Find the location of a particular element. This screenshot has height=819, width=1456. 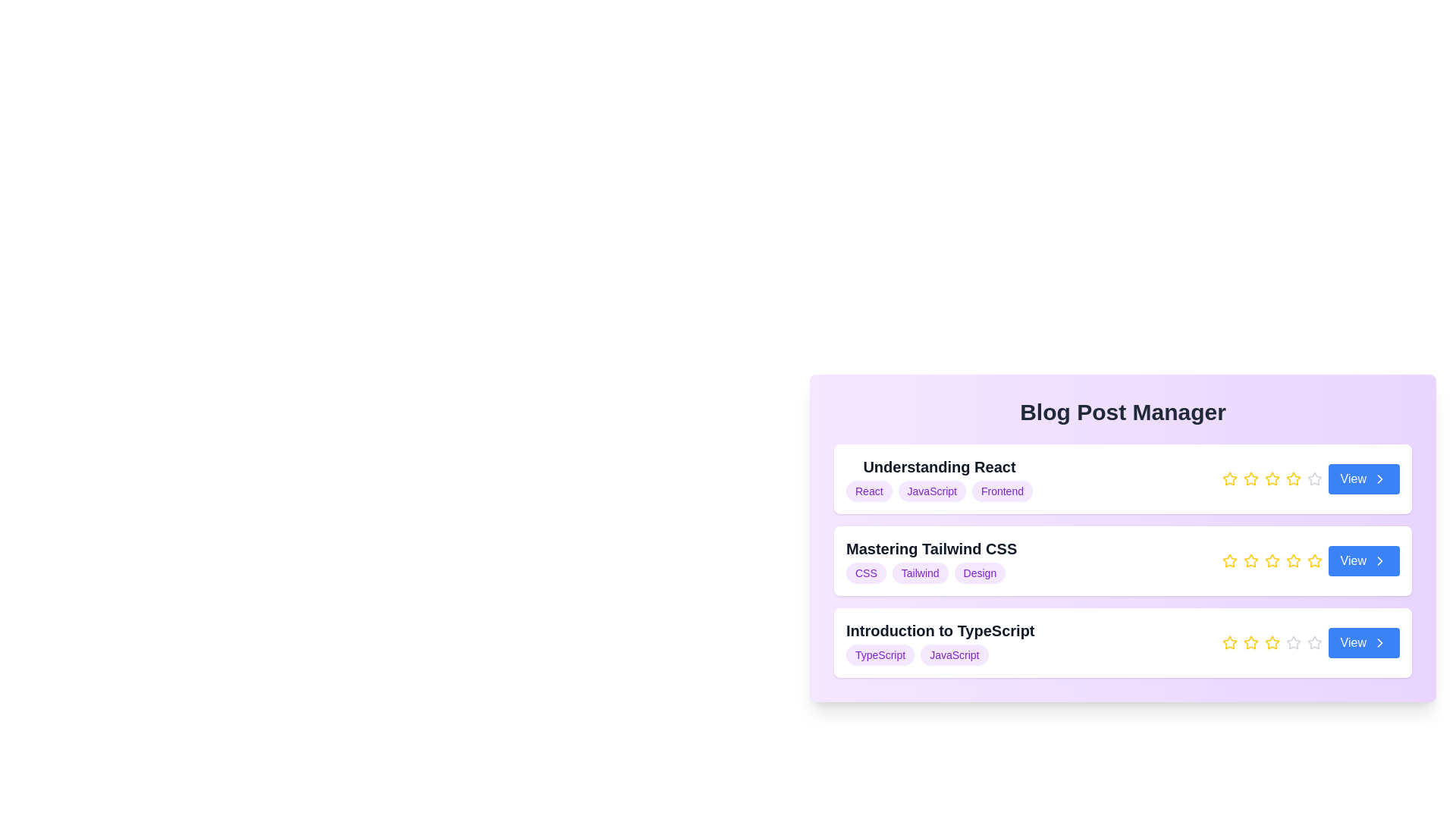

the fourth star icon in the rating system for the 'Introduction to TypeScript' item, which is located in the 'Blog Post Manager' panel is located at coordinates (1272, 643).